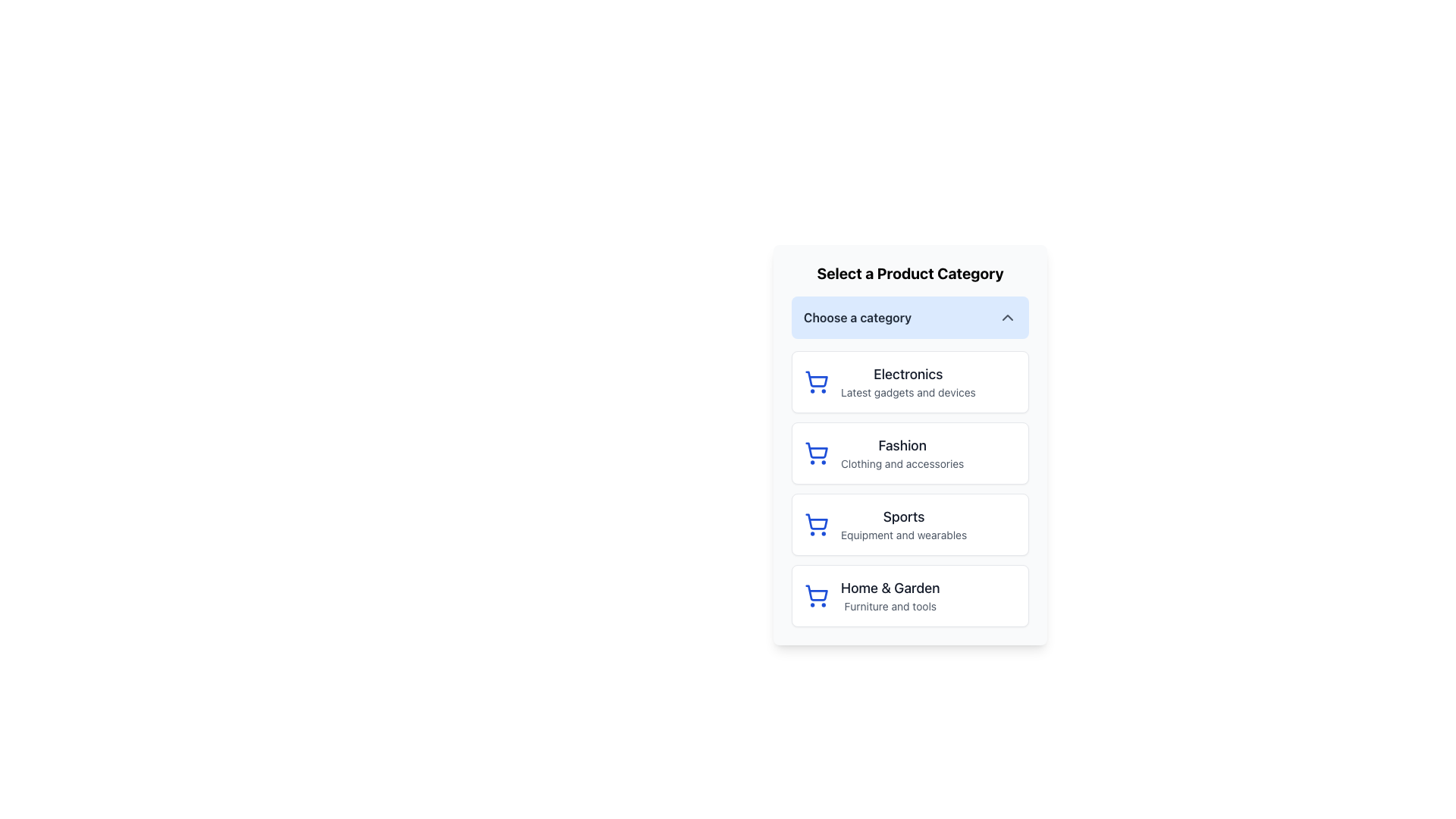 The height and width of the screenshot is (819, 1456). What do you see at coordinates (908, 381) in the screenshot?
I see `the 'Electronics' category label, which is the first card in the list located in the panel labeled 'Select a Product Category', positioned to the right of a blue shopping cart icon` at bounding box center [908, 381].